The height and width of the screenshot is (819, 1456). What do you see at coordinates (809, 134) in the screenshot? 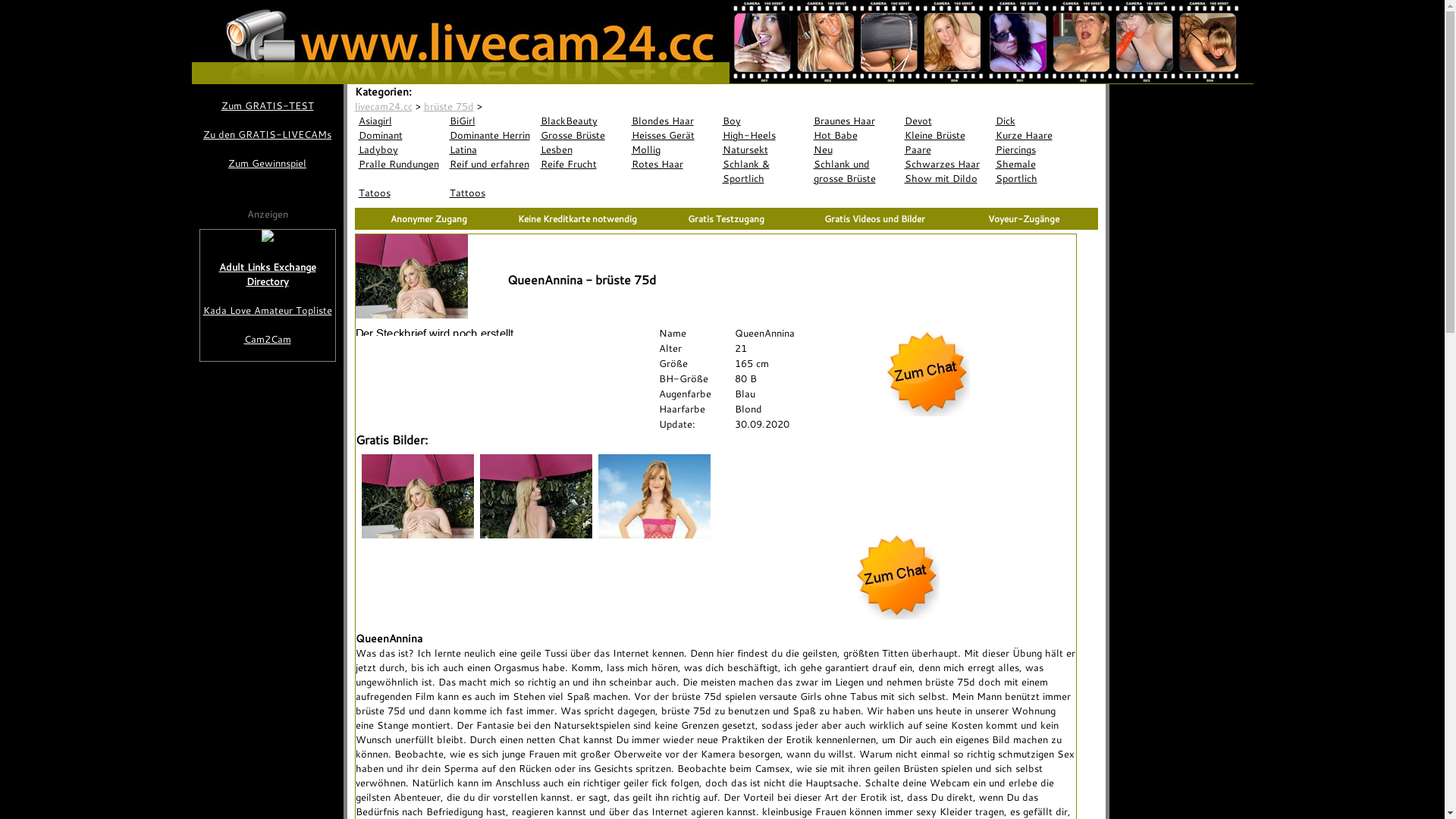
I see `'Hot Babe'` at bounding box center [809, 134].